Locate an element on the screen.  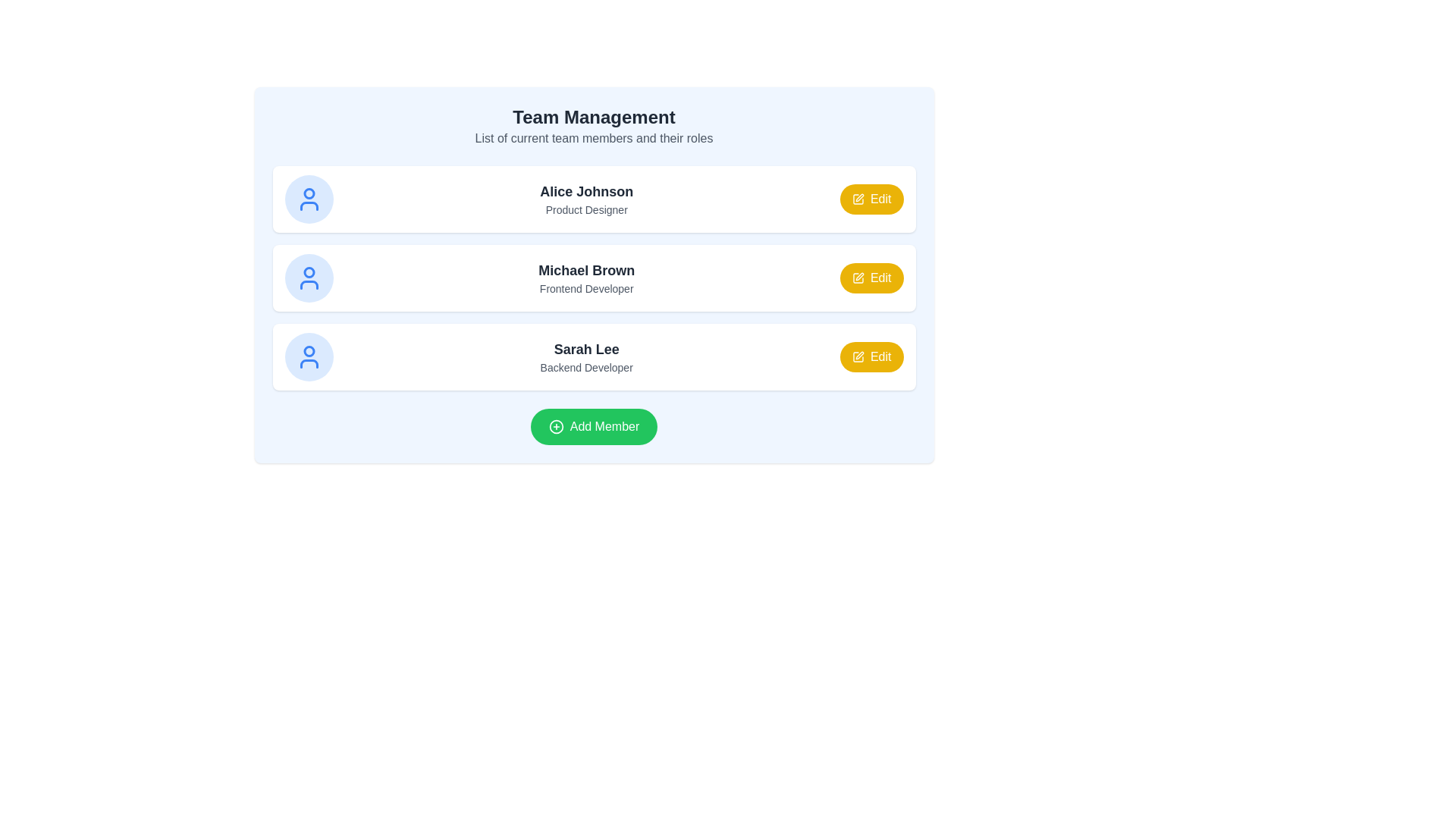
the text label displaying the title 'Product Designer' which is located directly below the name 'Alice Johnson' in the first user card is located at coordinates (585, 210).